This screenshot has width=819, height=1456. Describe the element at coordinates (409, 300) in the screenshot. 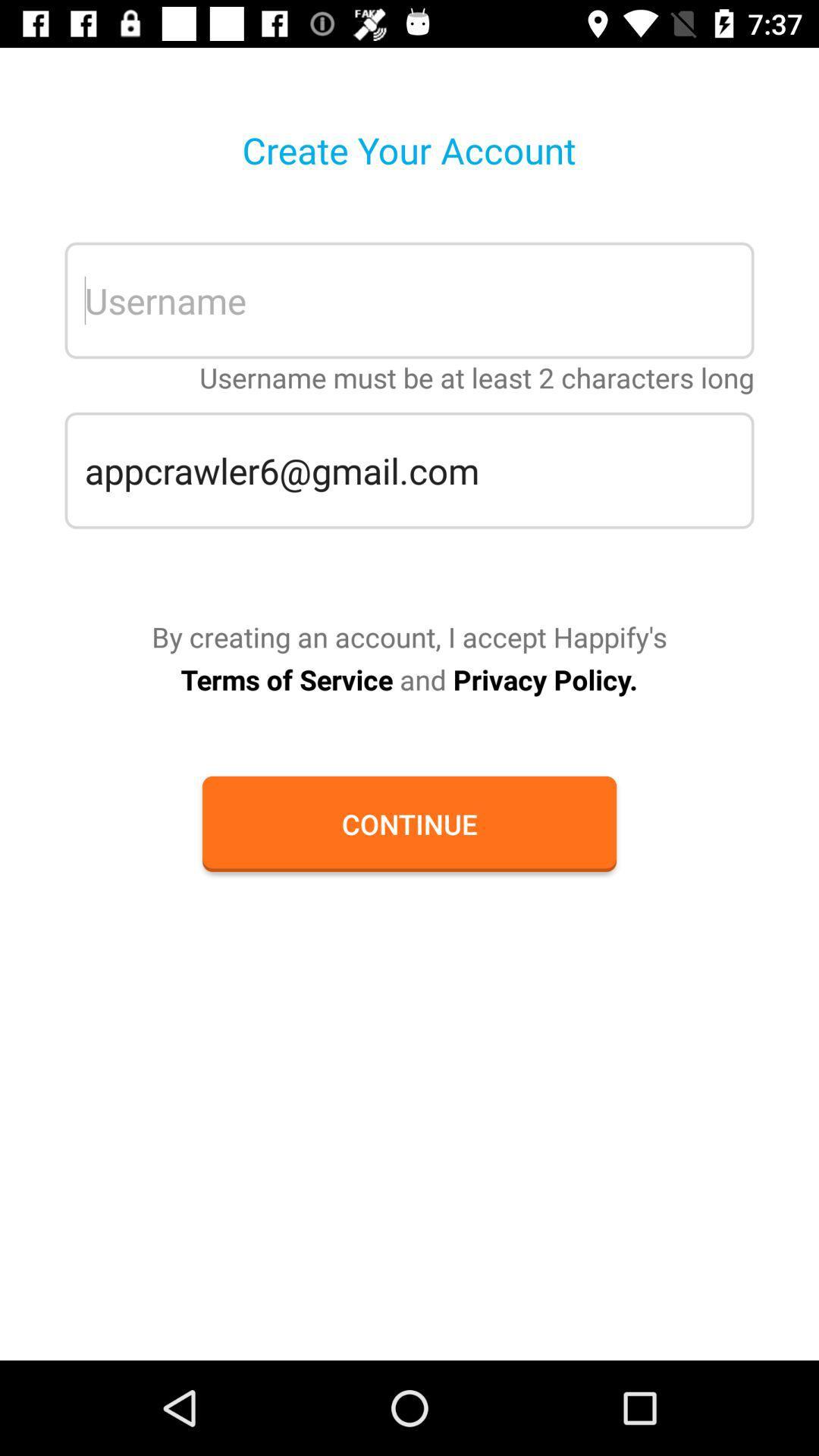

I see `username login` at that location.